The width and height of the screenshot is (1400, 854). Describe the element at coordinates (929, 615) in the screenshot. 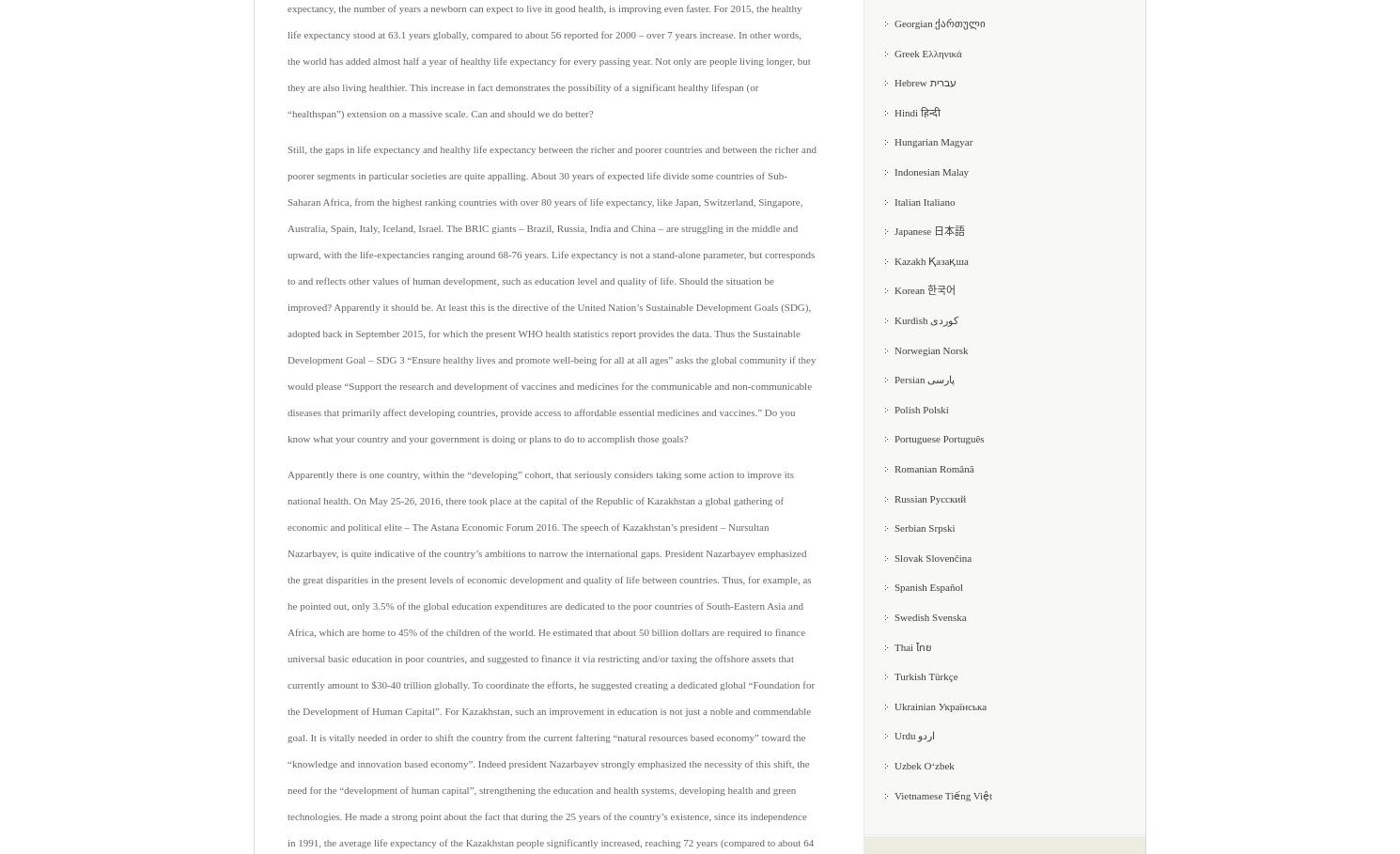

I see `'Swedish Svenska'` at that location.